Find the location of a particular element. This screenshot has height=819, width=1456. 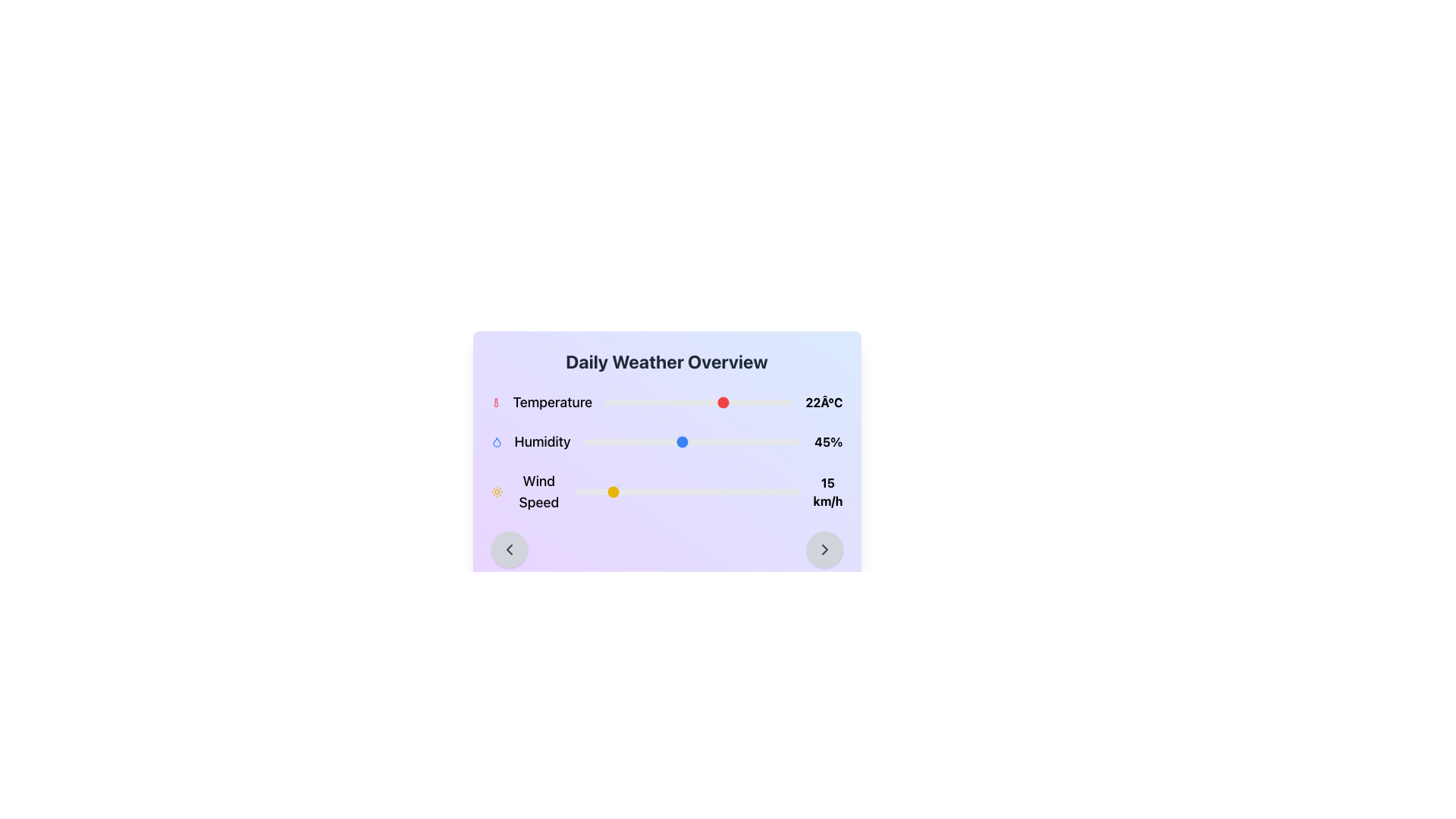

the wind speed is located at coordinates (783, 491).